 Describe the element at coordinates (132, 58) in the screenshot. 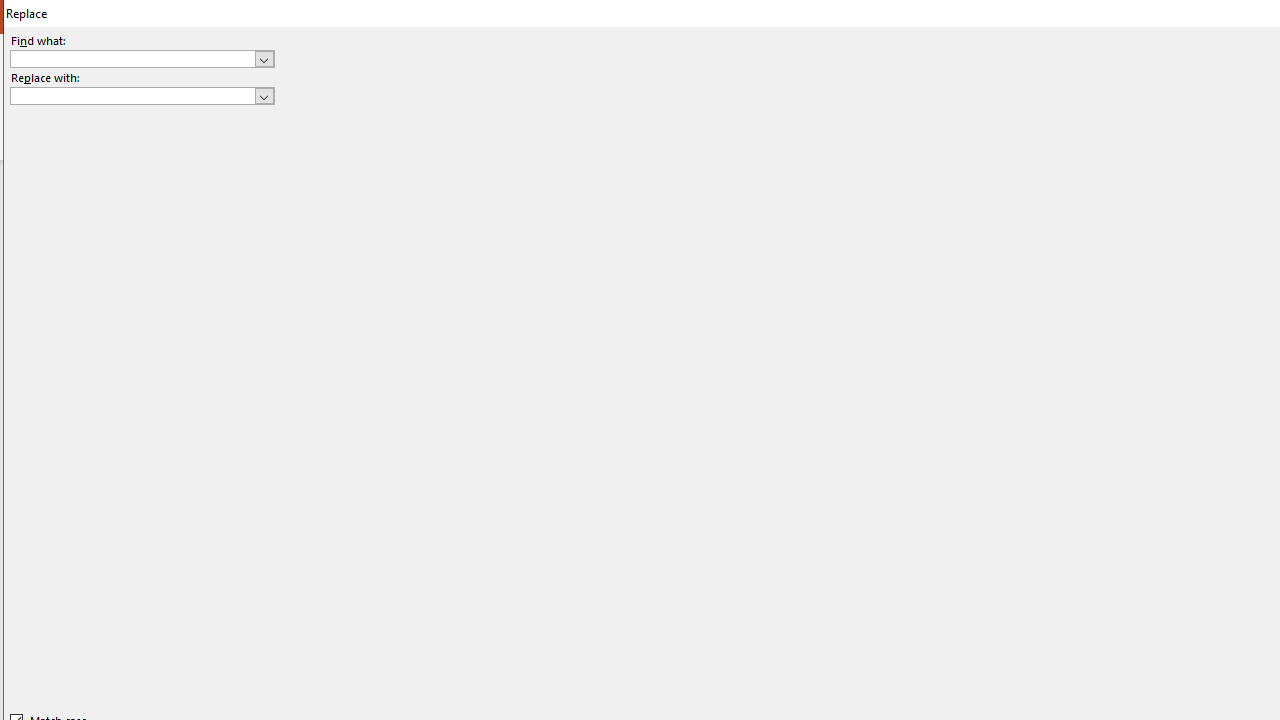

I see `'Find what'` at that location.